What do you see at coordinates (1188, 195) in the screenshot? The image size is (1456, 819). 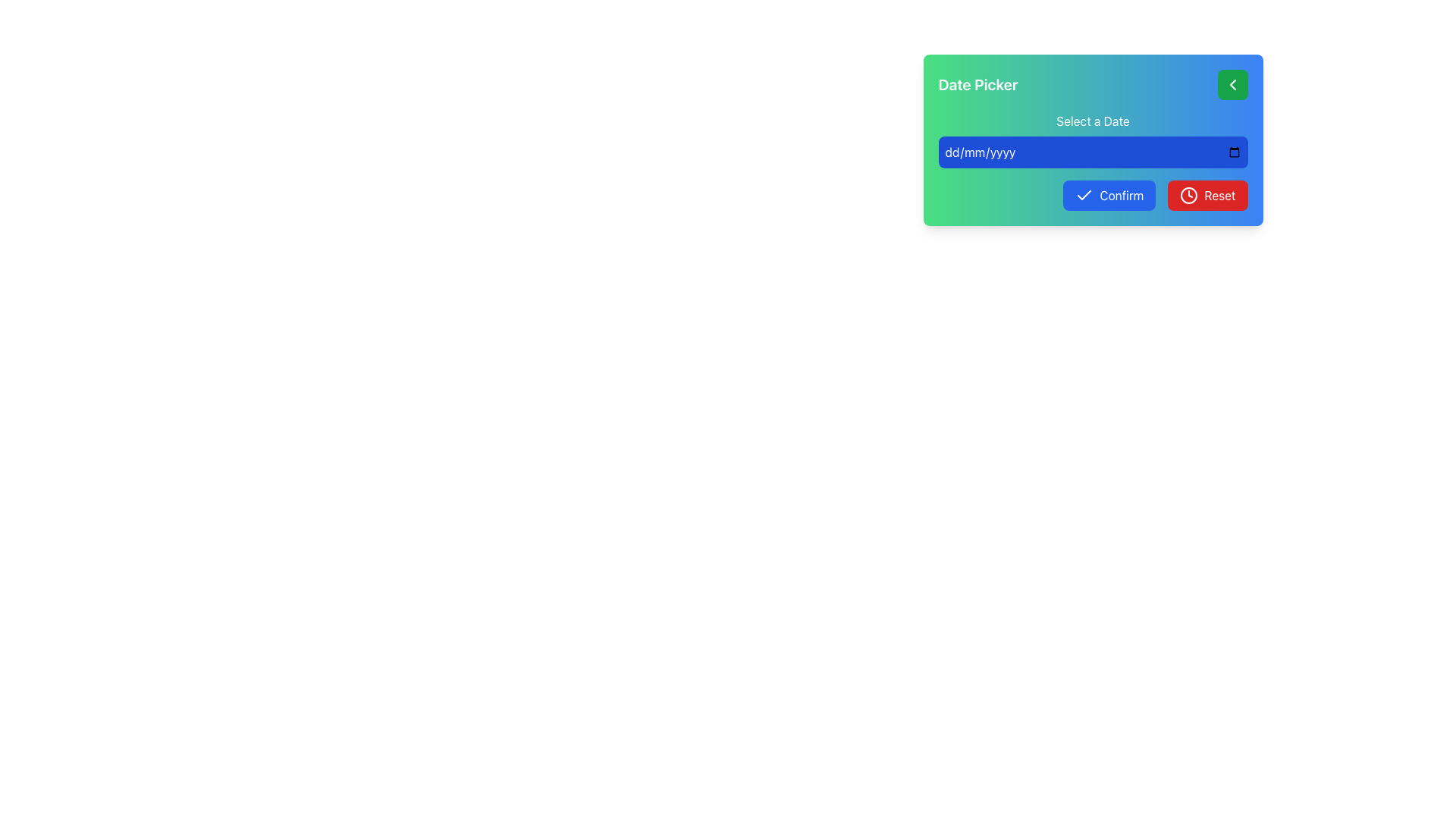 I see `the 'Reset' button located in the bottom-right corner of the component` at bounding box center [1188, 195].